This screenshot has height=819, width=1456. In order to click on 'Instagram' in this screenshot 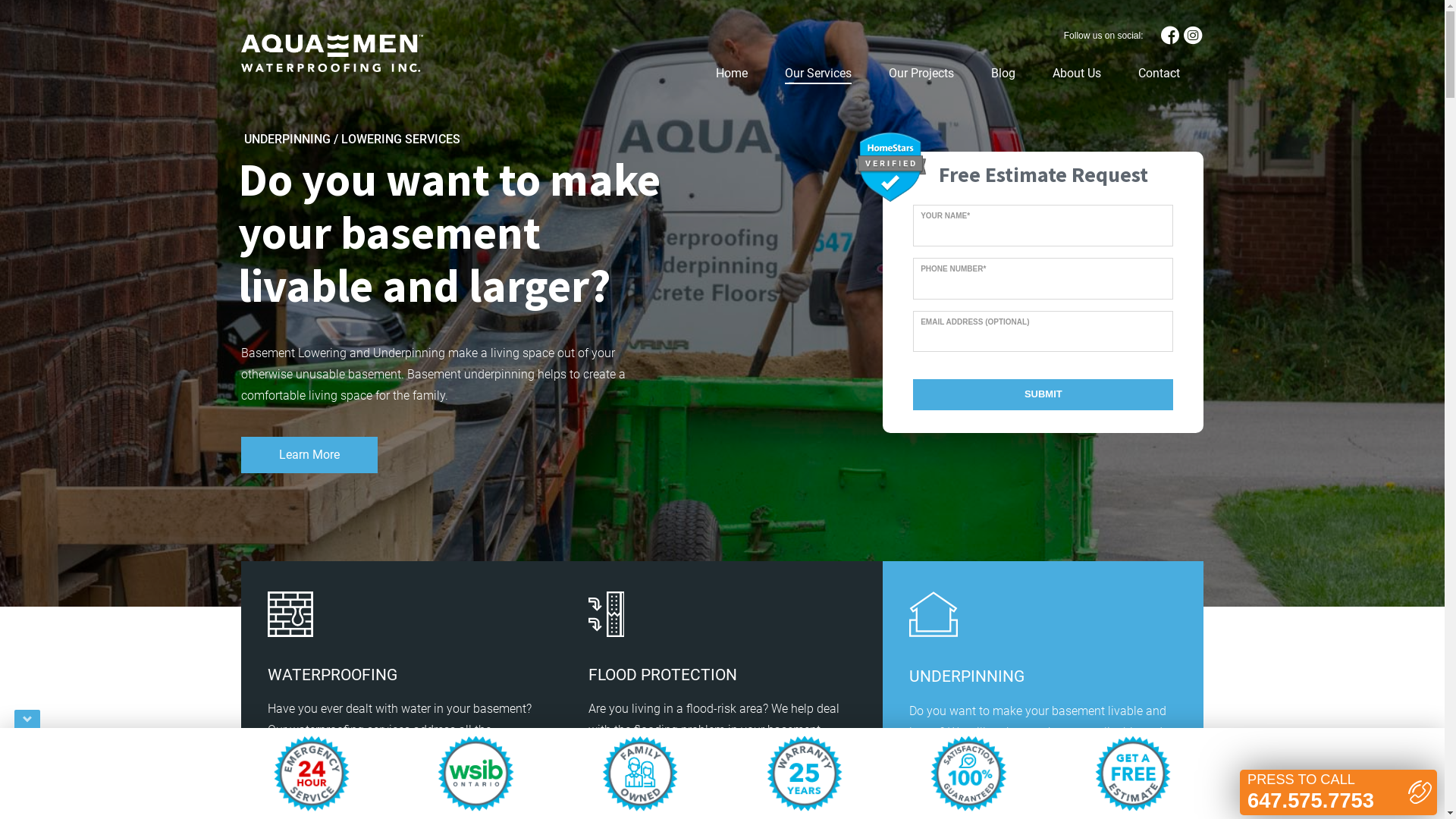, I will do `click(1192, 34)`.